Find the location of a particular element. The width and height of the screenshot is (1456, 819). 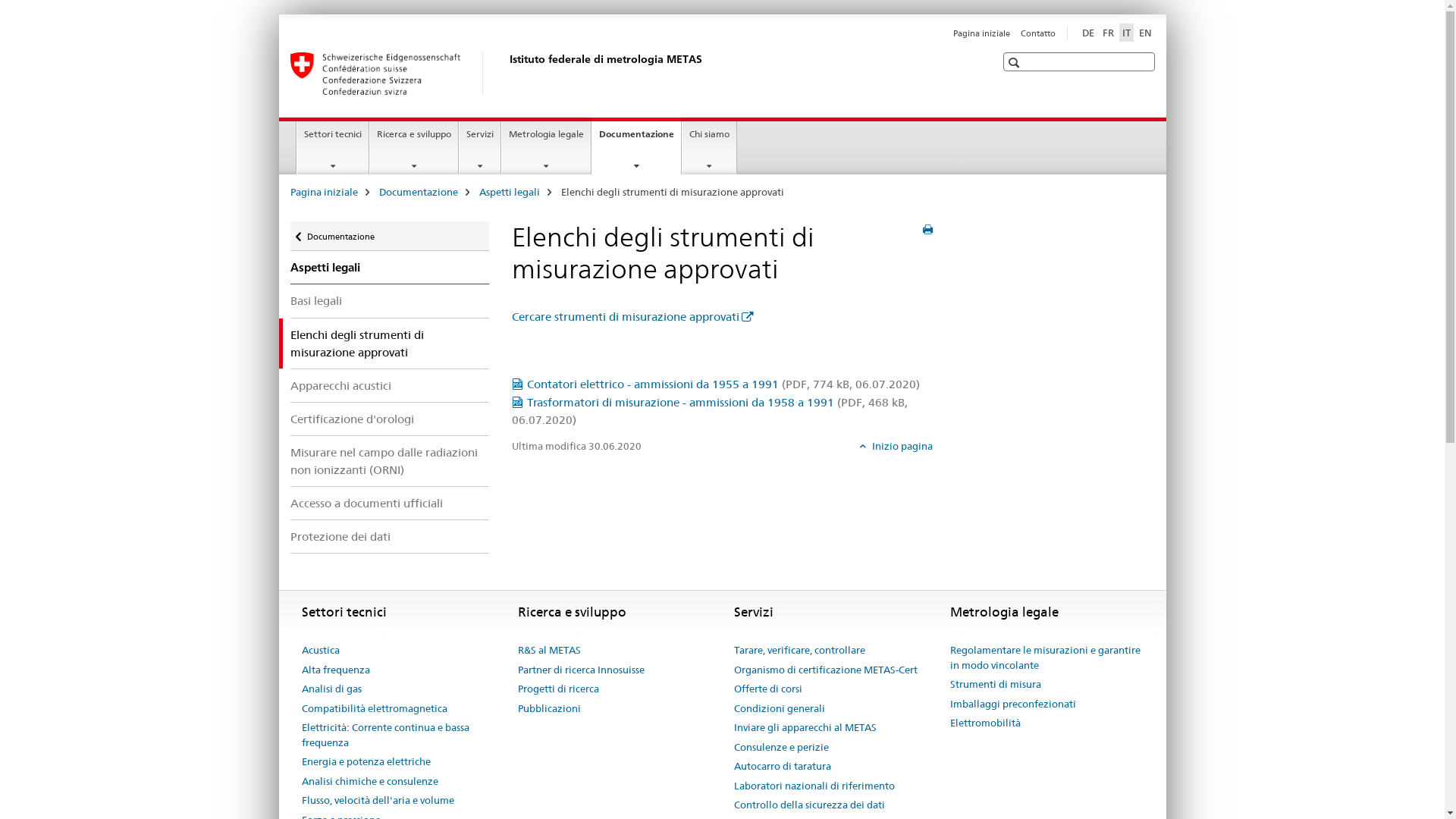

'DE' is located at coordinates (1077, 32).